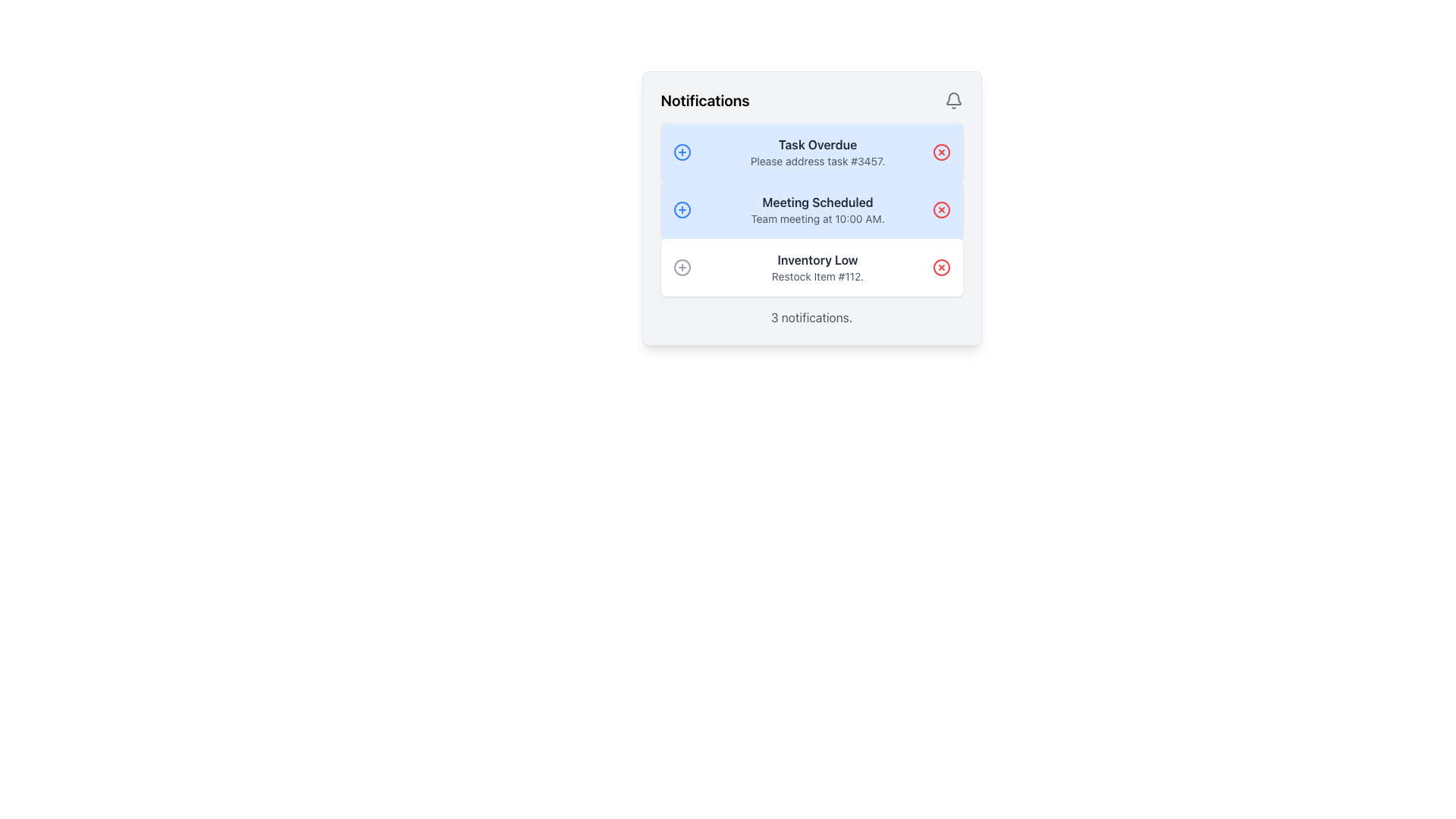 This screenshot has height=819, width=1456. I want to click on displayed message from the Text Label that shows 'Task Overdue' in bold style and black color, which is part of a notification item with a blue background, so click(817, 145).